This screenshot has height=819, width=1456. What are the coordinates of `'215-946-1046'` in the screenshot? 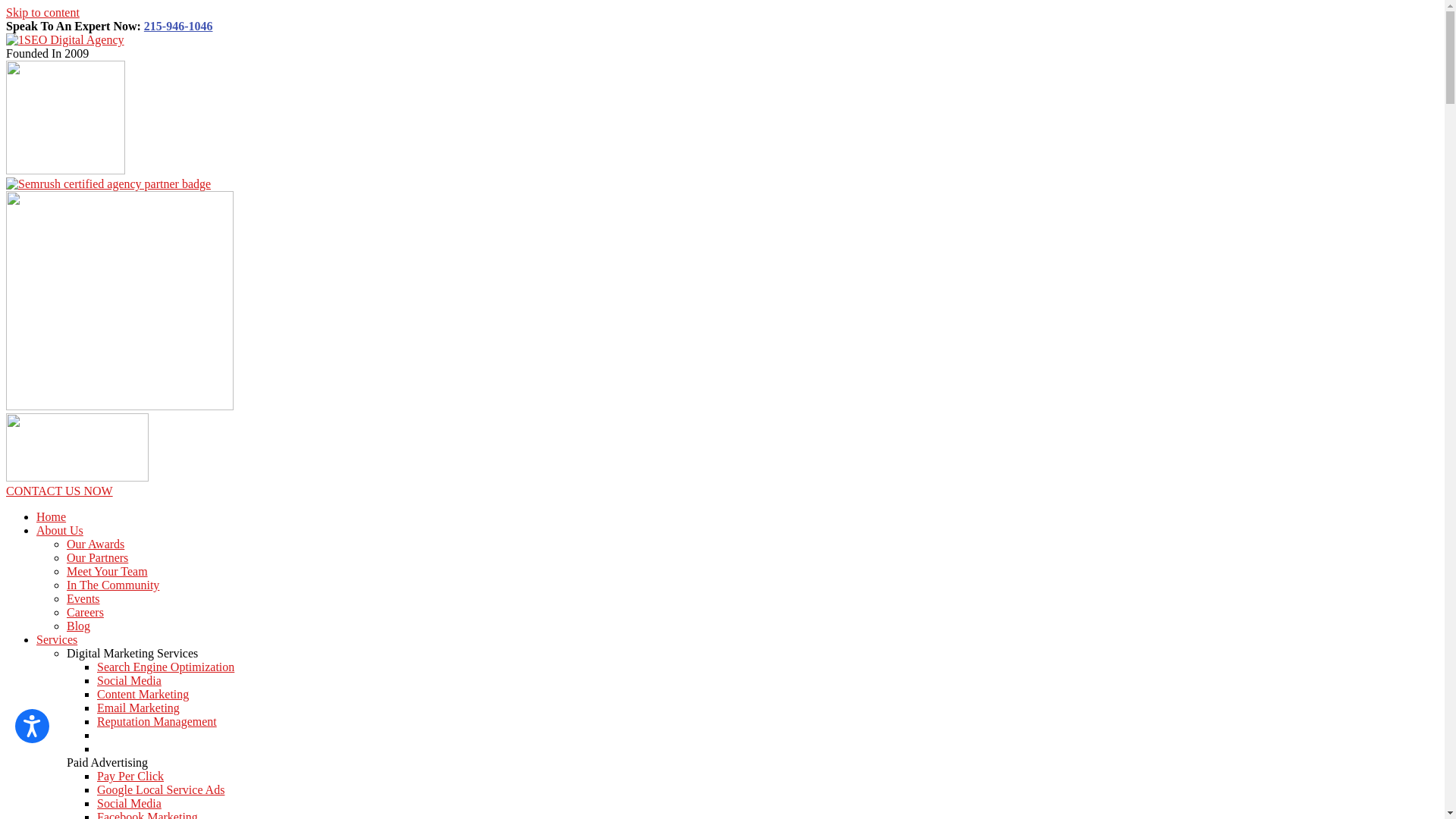 It's located at (178, 26).